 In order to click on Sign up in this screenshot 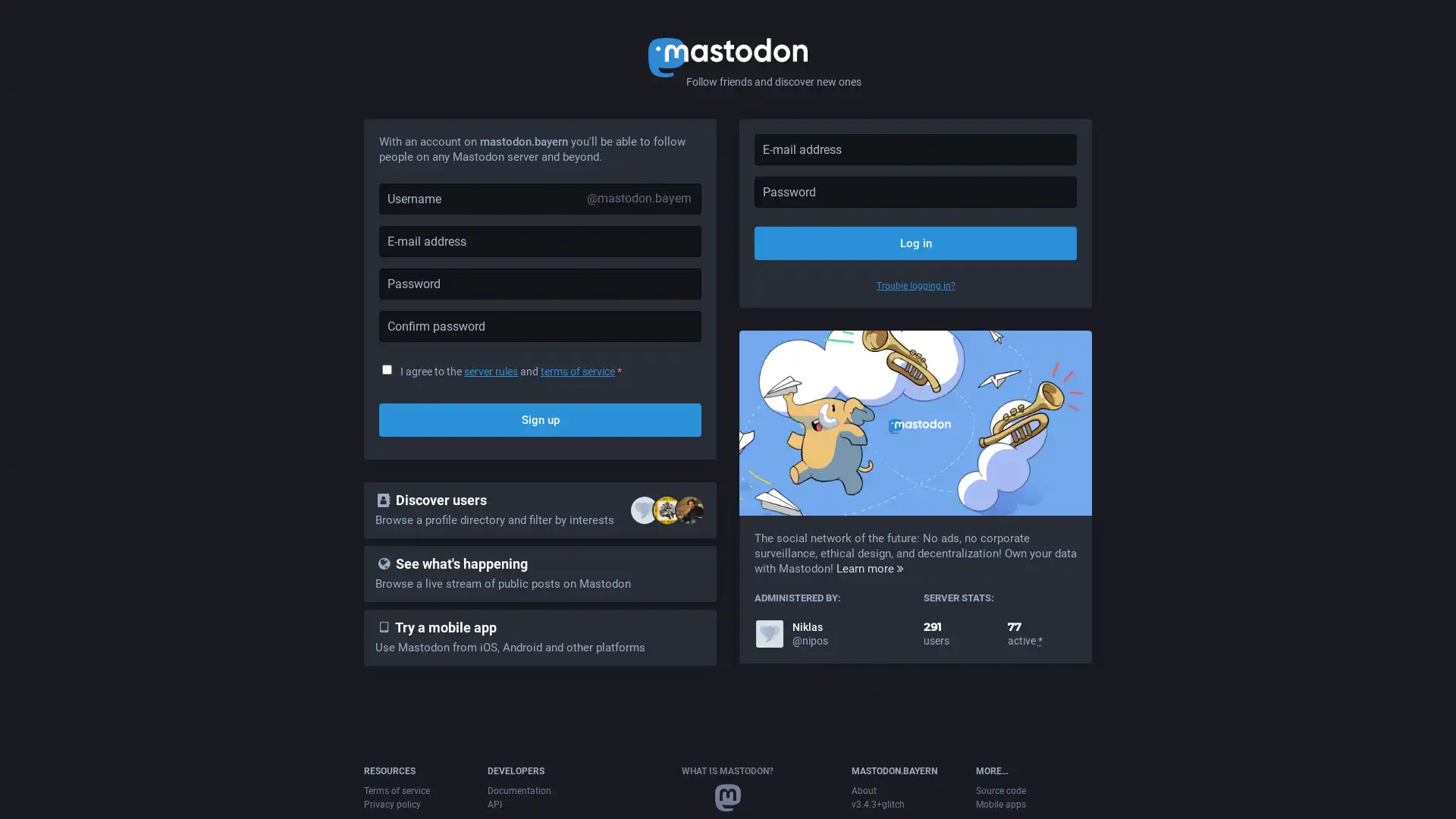, I will do `click(540, 420)`.